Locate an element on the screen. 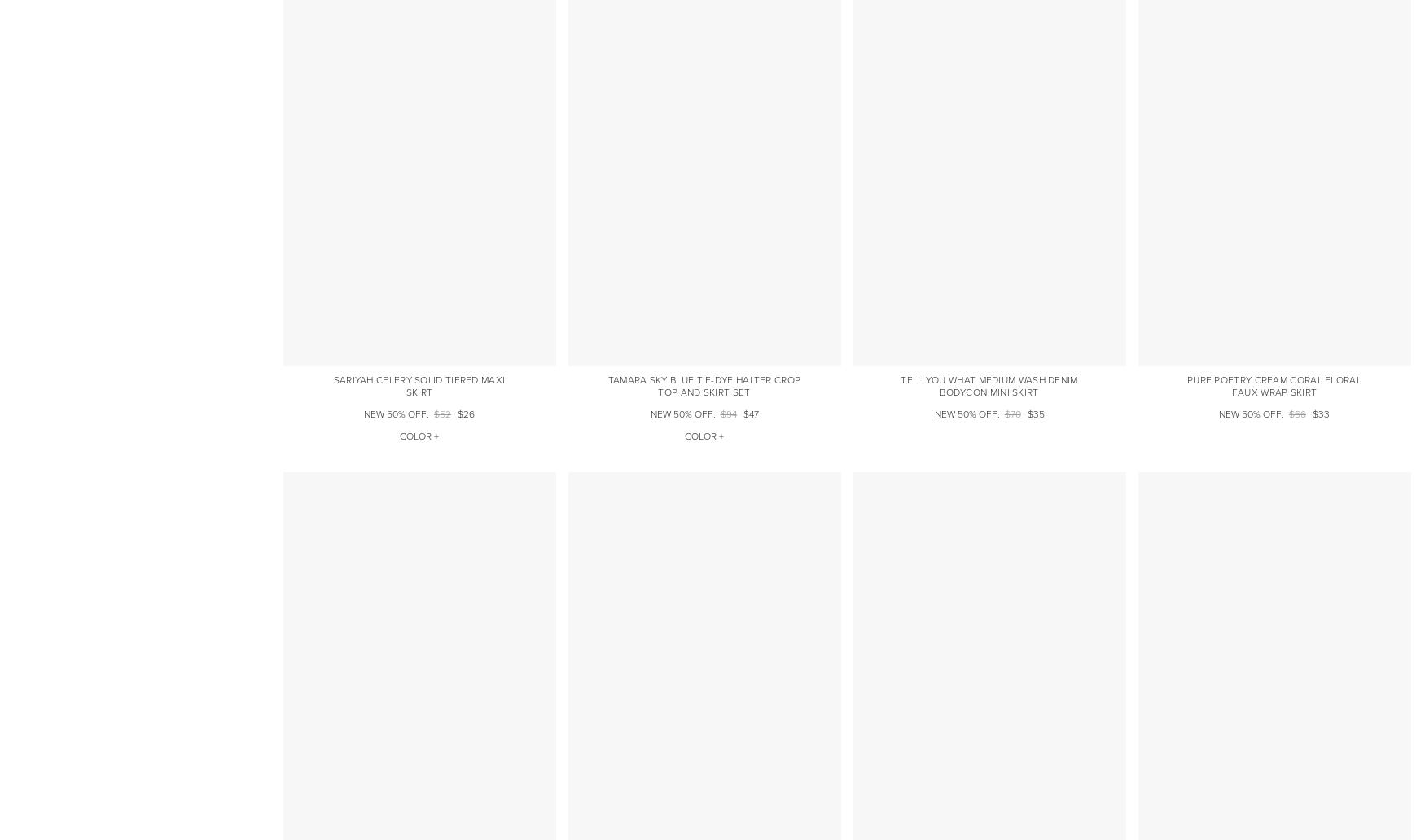 The width and height of the screenshot is (1425, 840). 'Pure Poetry Cream Coral Floral Faux Wrap Skirt' is located at coordinates (1186, 384).